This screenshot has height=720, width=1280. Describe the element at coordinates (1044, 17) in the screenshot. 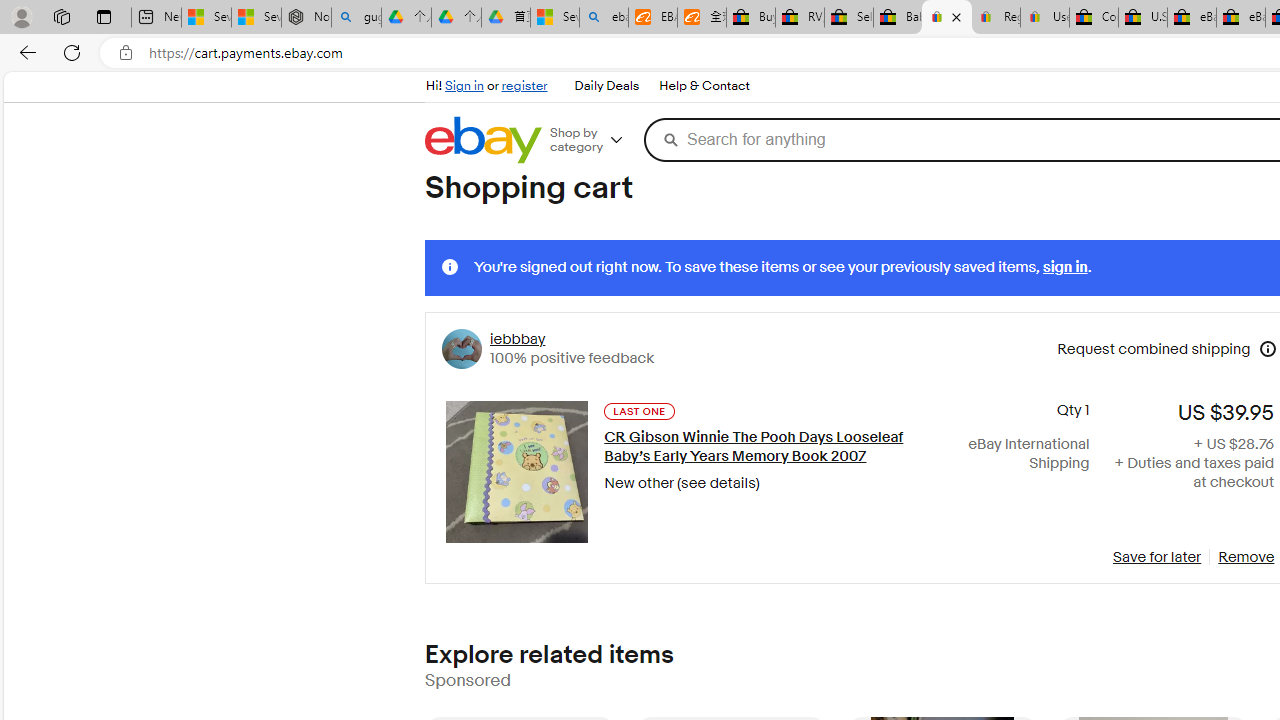

I see `'User Privacy Notice | eBay'` at that location.